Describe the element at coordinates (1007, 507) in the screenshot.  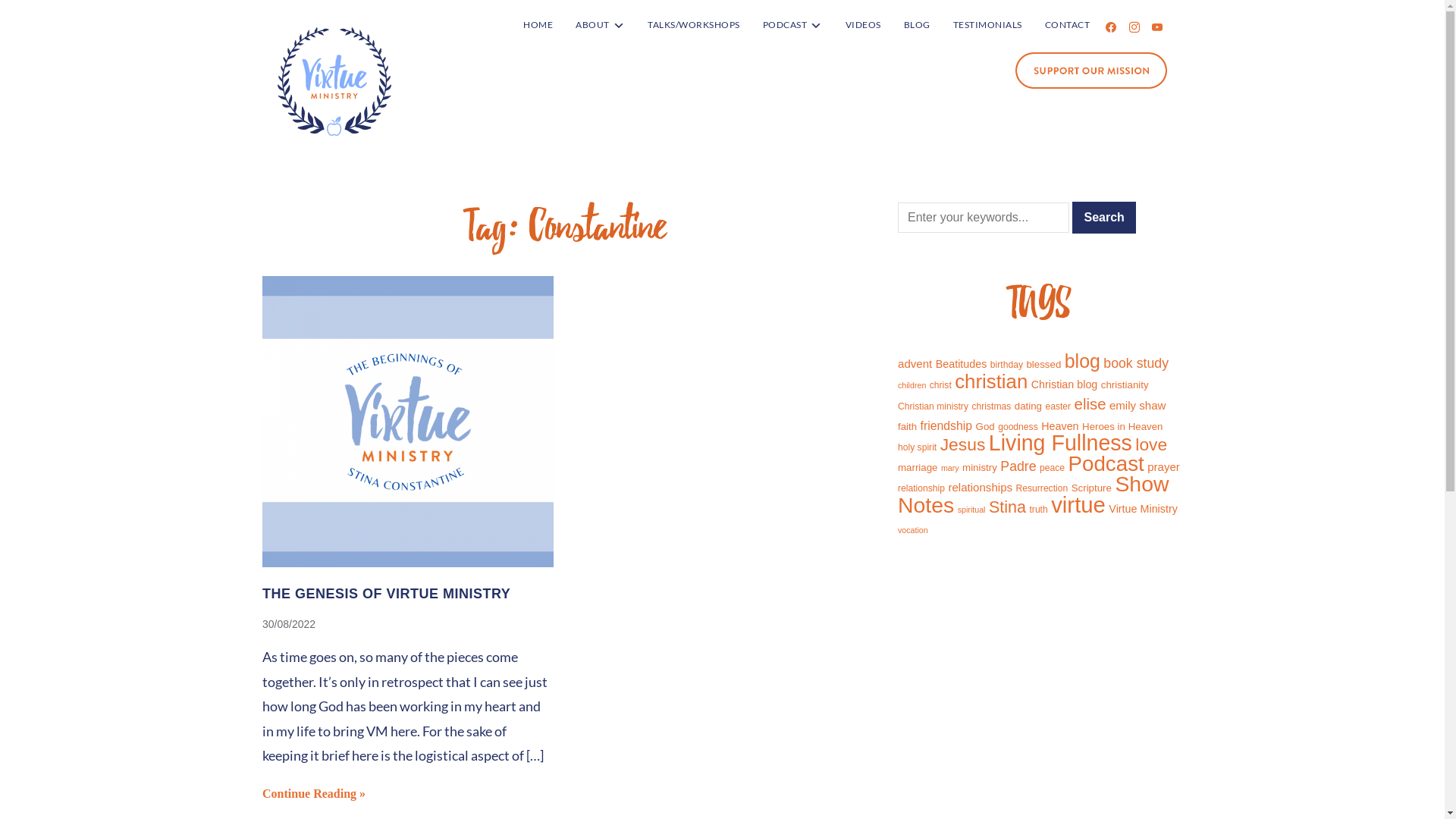
I see `'Stina'` at that location.